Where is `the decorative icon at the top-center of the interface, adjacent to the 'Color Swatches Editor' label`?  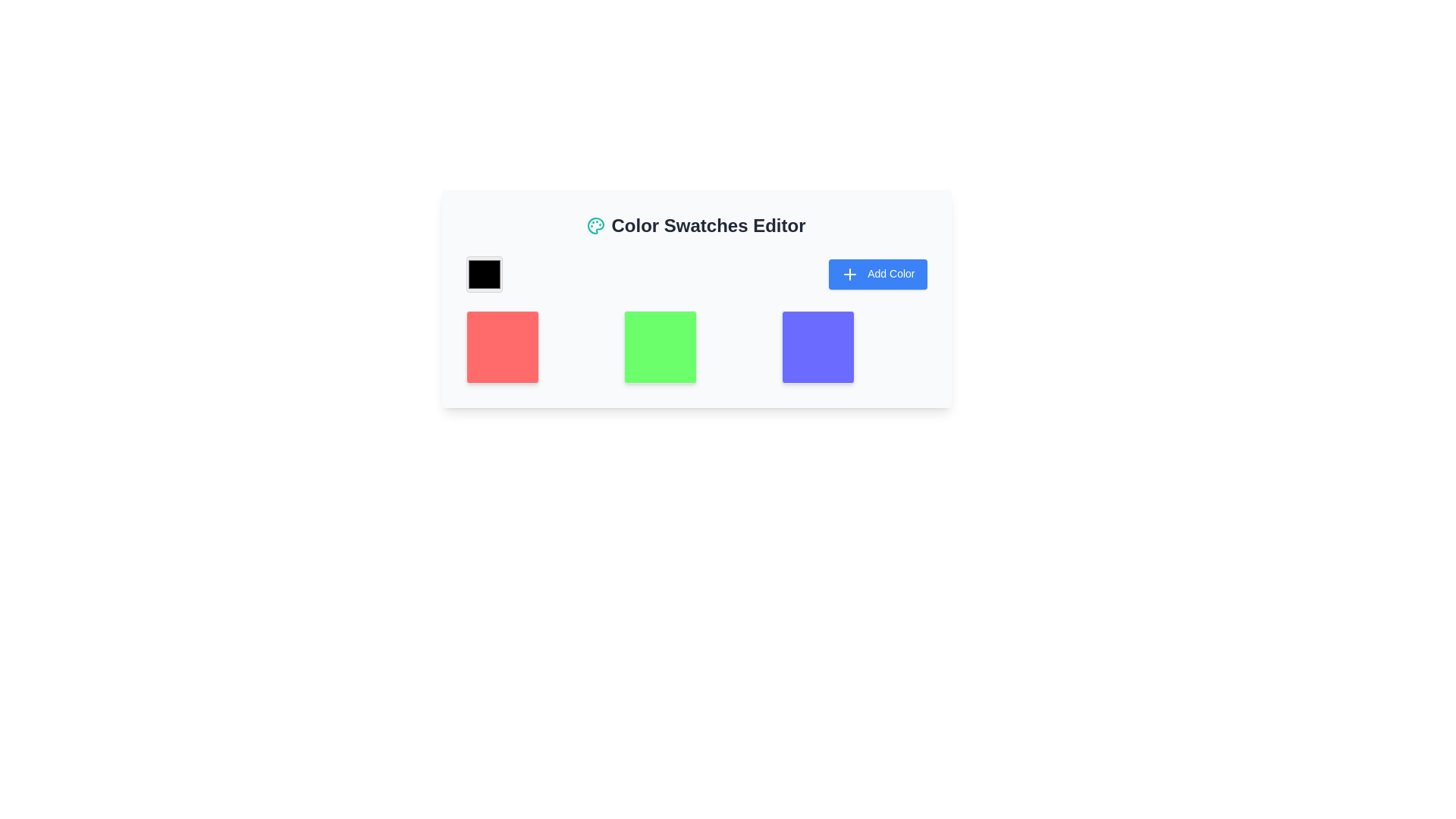
the decorative icon at the top-center of the interface, adjacent to the 'Color Swatches Editor' label is located at coordinates (595, 225).